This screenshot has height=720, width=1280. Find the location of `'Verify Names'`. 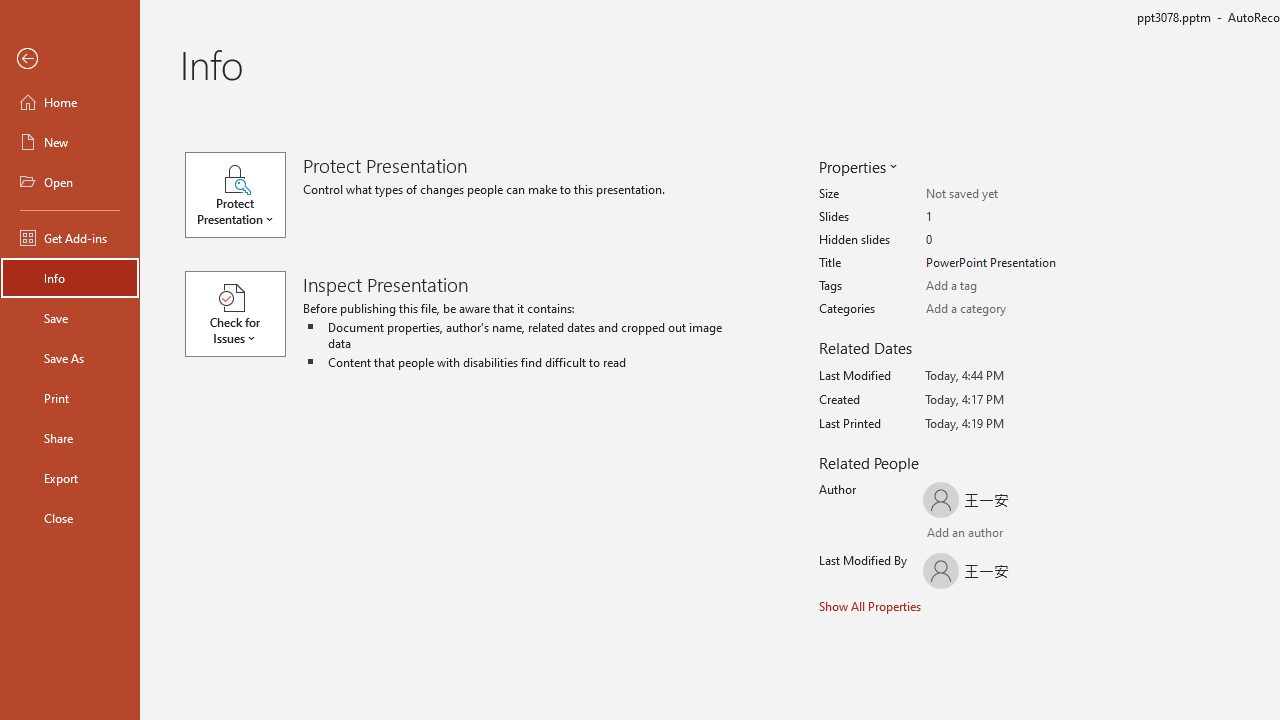

'Verify Names' is located at coordinates (984, 533).